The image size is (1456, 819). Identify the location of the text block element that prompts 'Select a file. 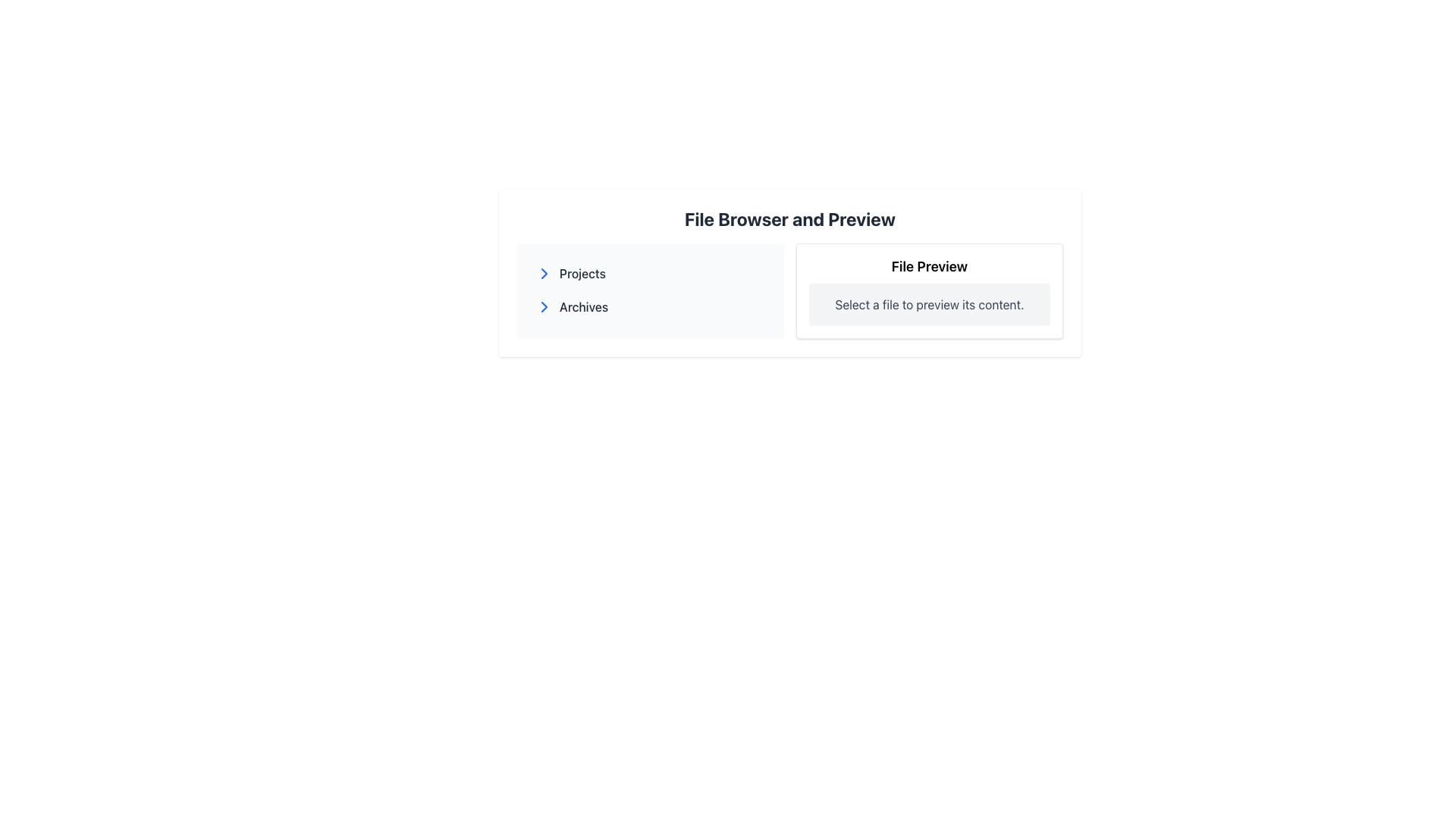
(928, 304).